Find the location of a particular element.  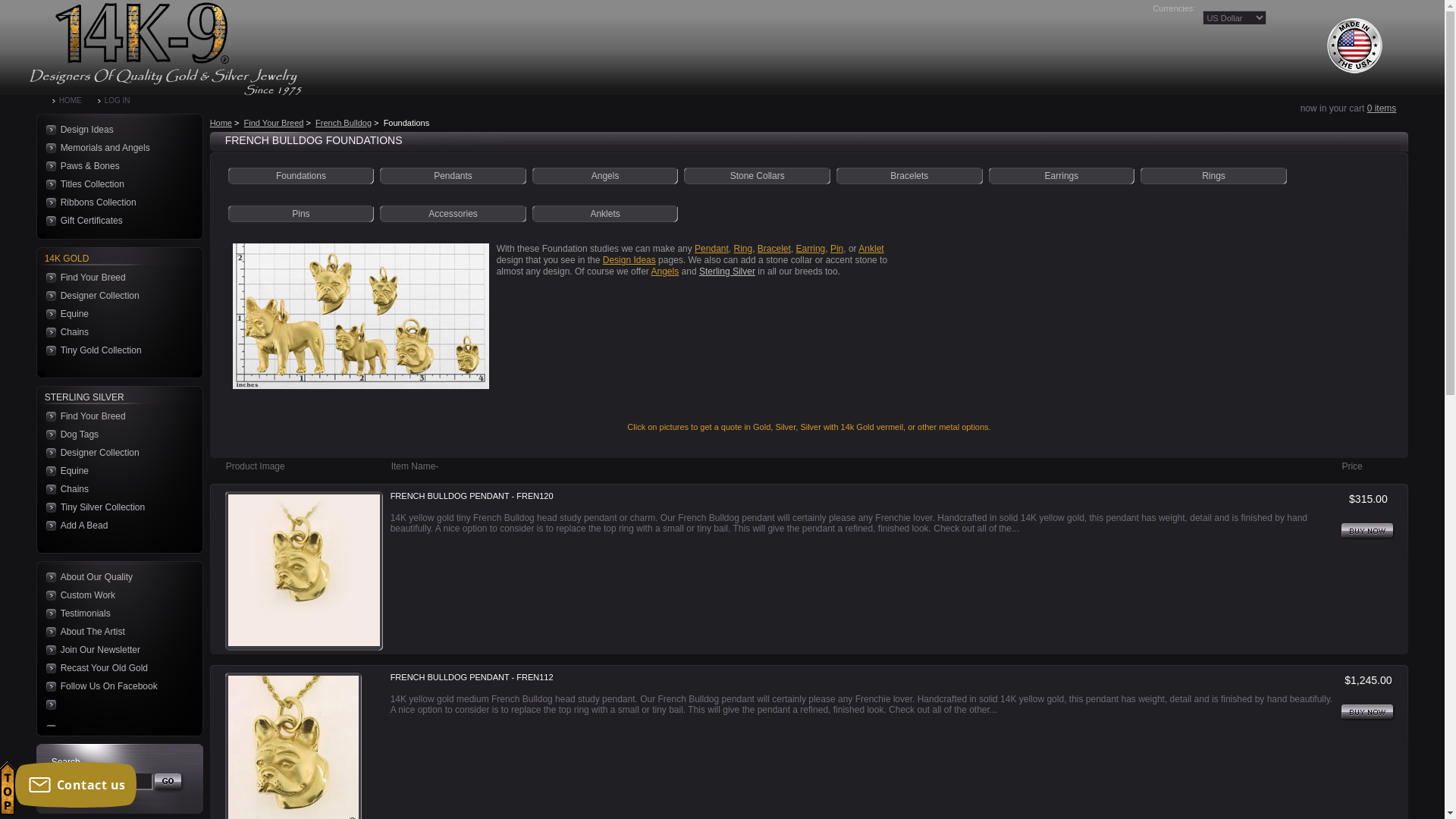

' Buy Now ' is located at coordinates (1368, 713).